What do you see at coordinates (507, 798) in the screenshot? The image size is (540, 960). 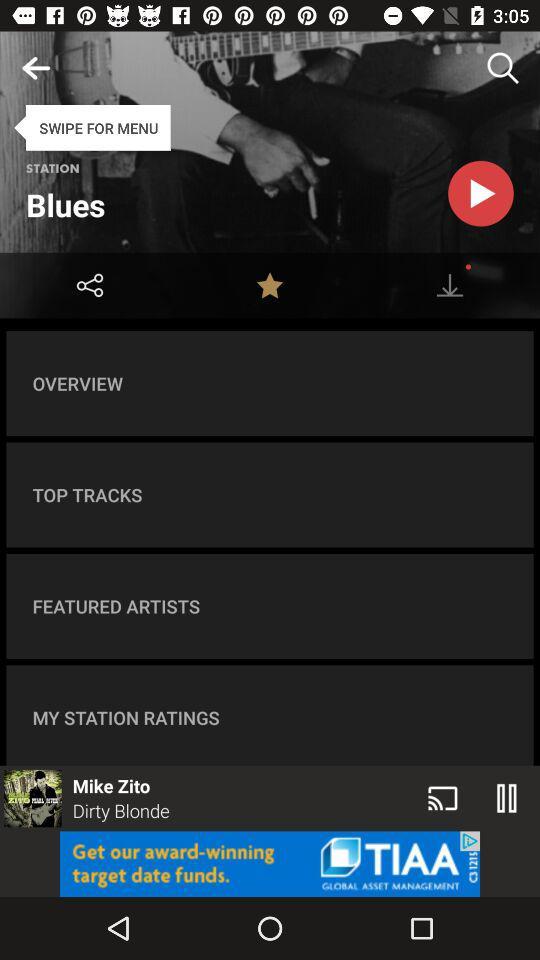 I see `the pause icon` at bounding box center [507, 798].